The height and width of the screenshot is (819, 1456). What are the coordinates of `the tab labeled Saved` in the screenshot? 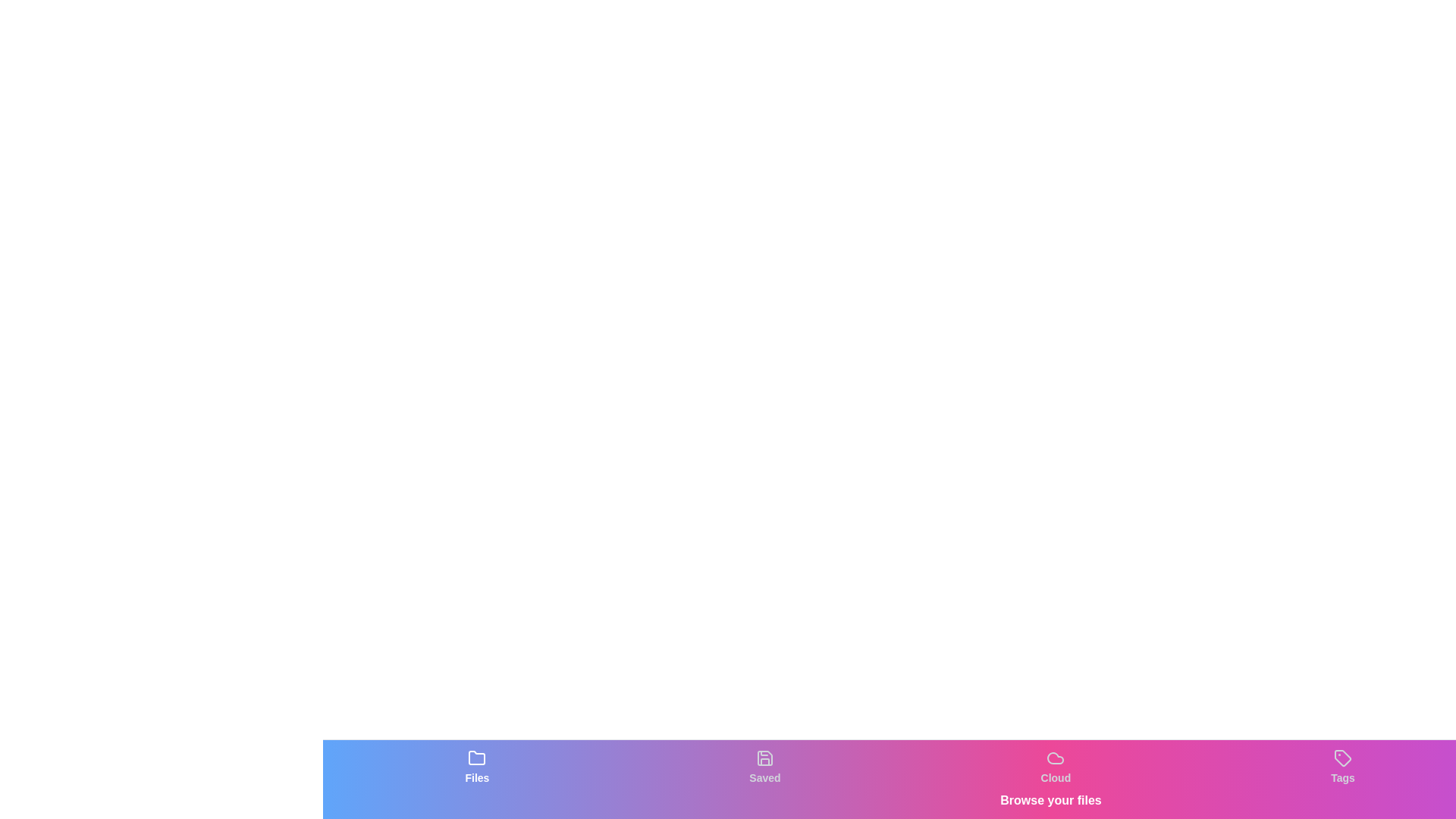 It's located at (764, 767).